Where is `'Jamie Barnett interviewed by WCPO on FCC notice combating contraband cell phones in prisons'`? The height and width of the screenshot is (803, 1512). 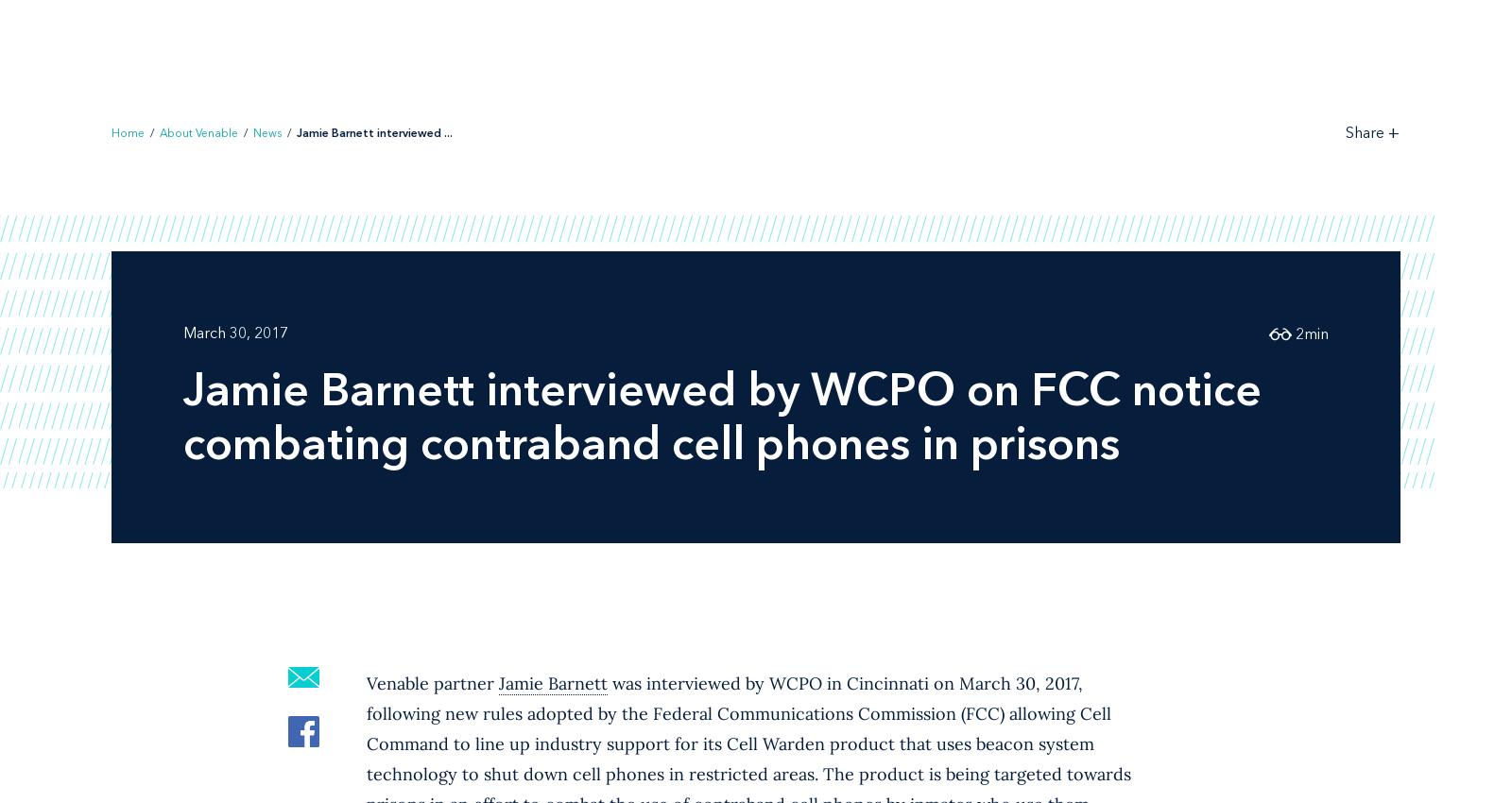 'Jamie Barnett interviewed by WCPO on FCC notice combating contraband cell phones in prisons' is located at coordinates (722, 414).